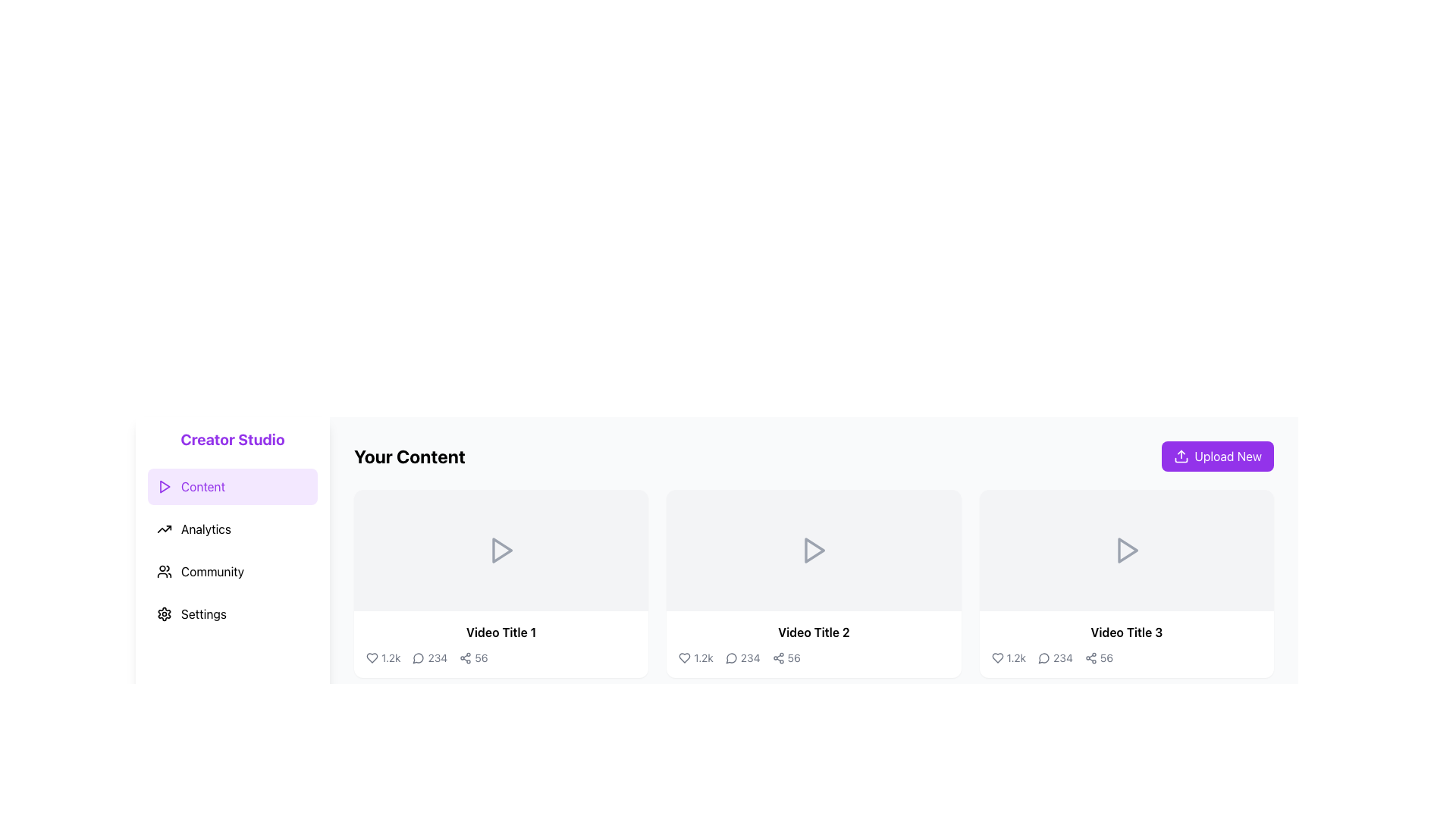 This screenshot has width=1456, height=819. Describe the element at coordinates (391, 657) in the screenshot. I see `the text display showing the number of likes for 'Video Title 1', which is located to the right of the heart icon and is the rightmost element in its group` at that location.